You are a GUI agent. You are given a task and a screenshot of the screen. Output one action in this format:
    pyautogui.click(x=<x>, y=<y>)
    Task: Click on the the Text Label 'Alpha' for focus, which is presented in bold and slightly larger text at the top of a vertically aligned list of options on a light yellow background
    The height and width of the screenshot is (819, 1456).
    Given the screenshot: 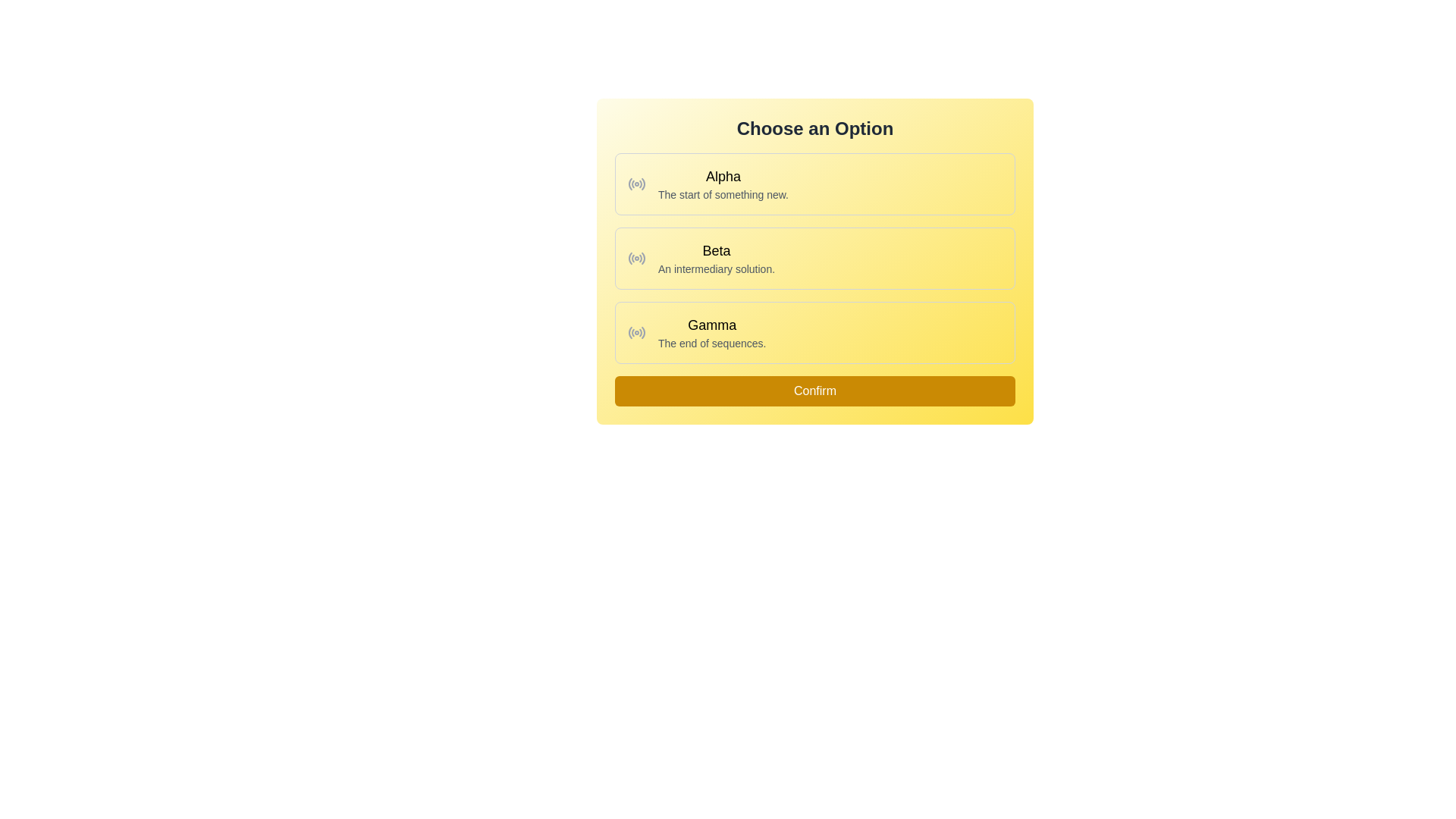 What is the action you would take?
    pyautogui.click(x=723, y=175)
    